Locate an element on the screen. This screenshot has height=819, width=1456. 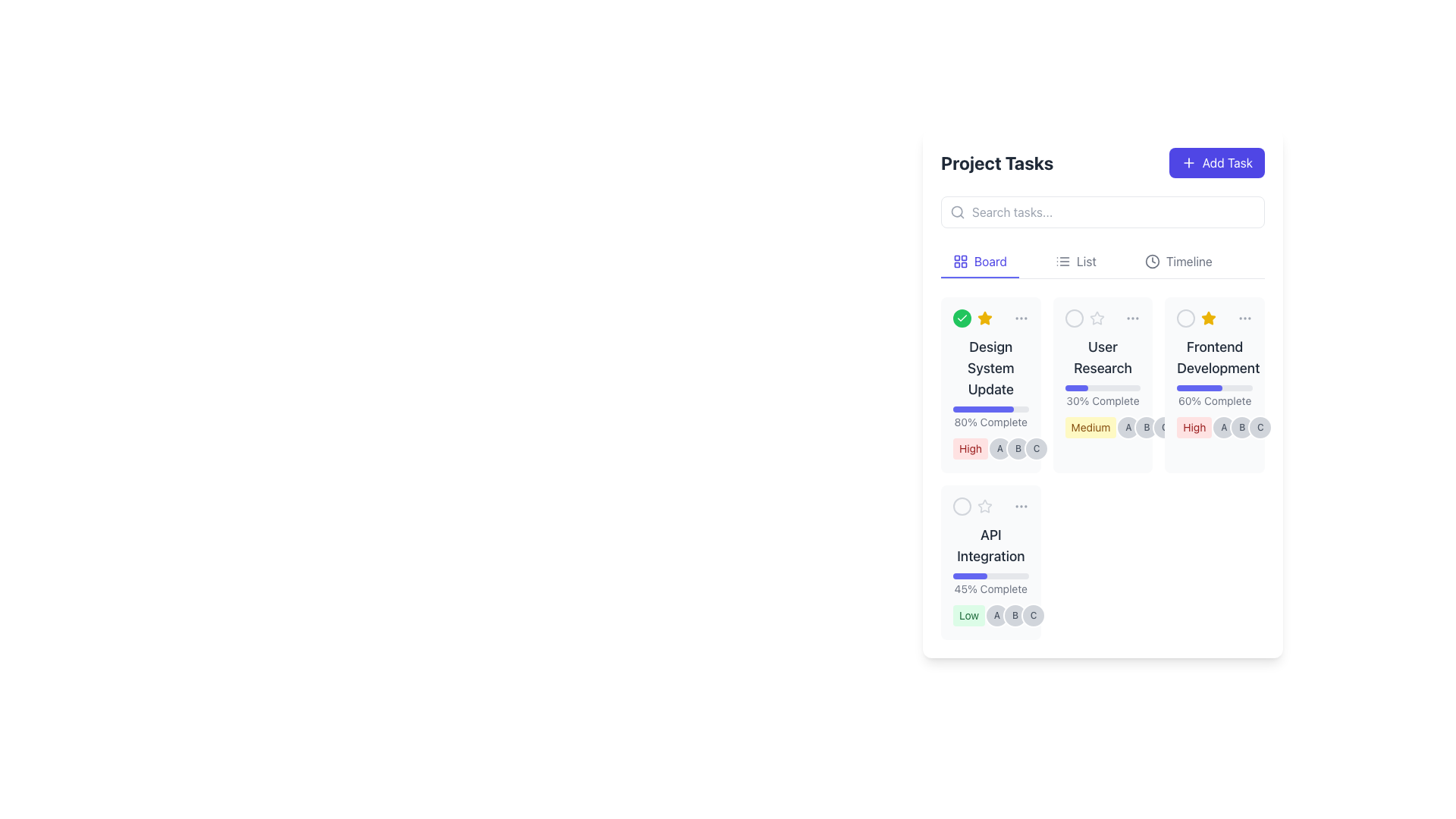
the Text label that indicates the completion percentage of the task, located below the blue progress bar in the 'Design System Update' card on the 'Project Tasks' board is located at coordinates (990, 422).